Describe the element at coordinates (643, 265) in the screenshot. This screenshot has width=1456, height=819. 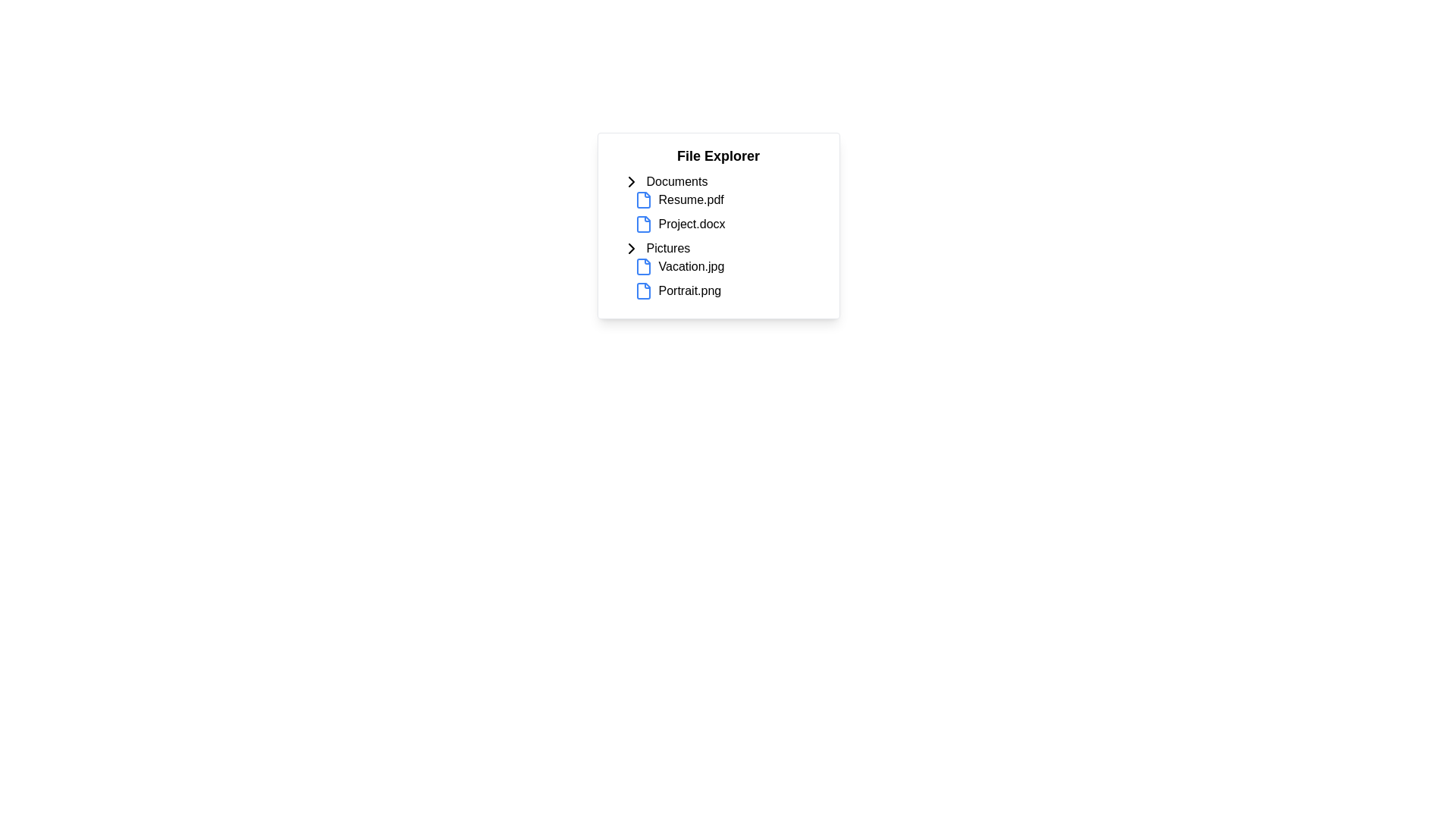
I see `the blue file icon representing 'Vacation.jpg'` at that location.